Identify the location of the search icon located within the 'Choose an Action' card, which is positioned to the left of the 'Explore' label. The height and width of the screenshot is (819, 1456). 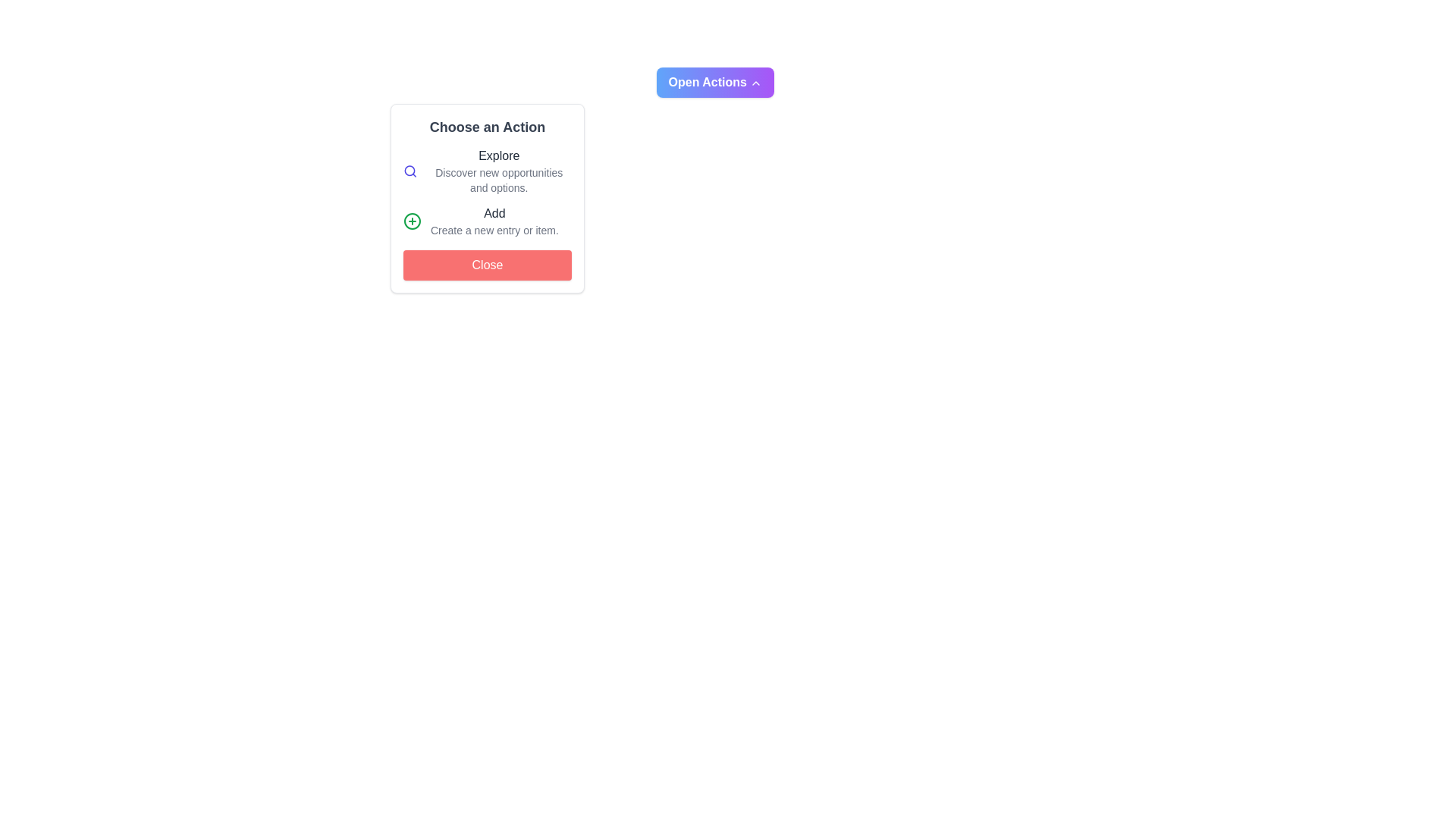
(410, 171).